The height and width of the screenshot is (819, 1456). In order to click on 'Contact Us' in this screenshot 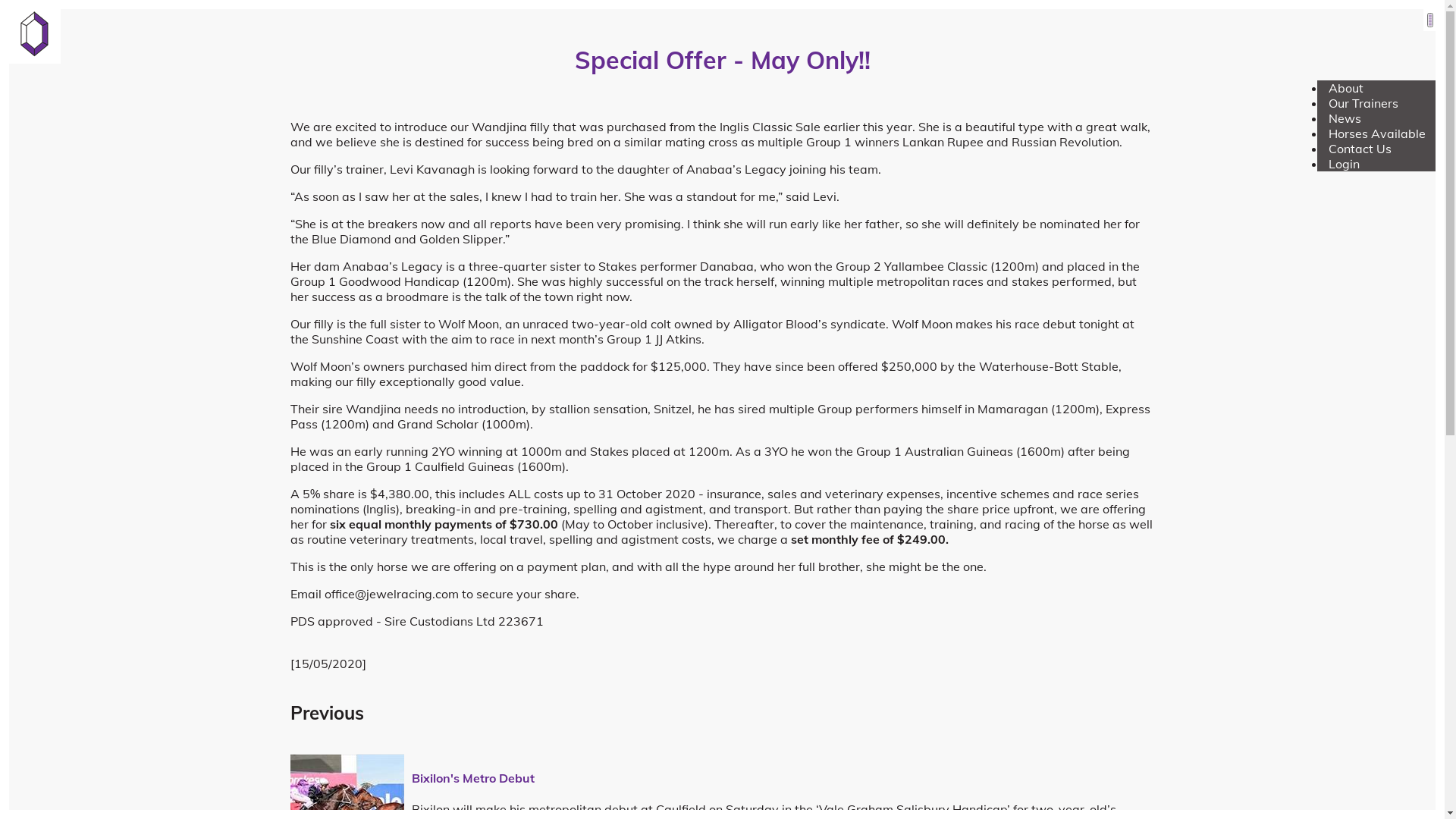, I will do `click(1360, 149)`.